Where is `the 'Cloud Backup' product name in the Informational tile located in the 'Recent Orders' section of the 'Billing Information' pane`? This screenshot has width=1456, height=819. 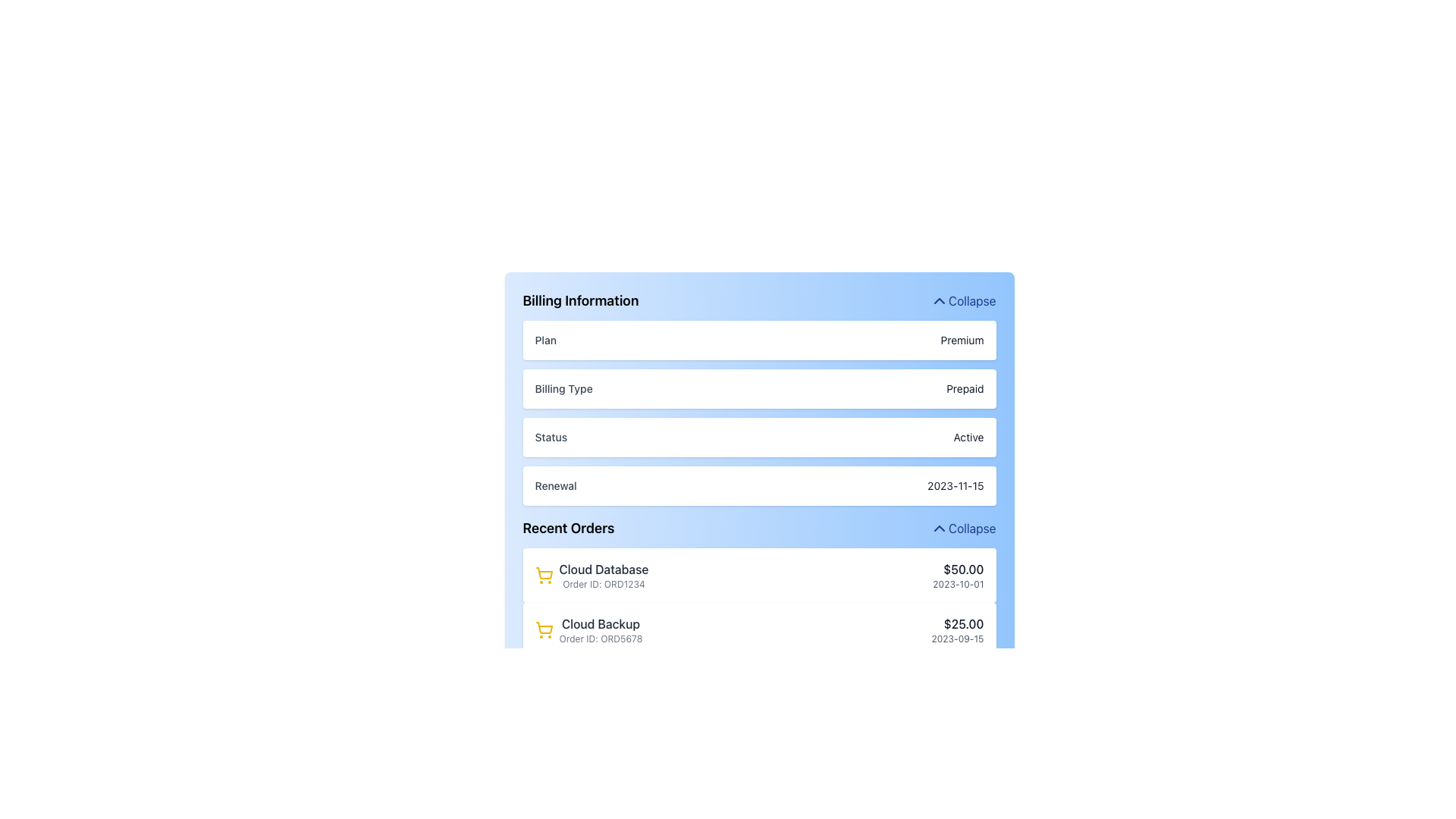 the 'Cloud Backup' product name in the Informational tile located in the 'Recent Orders' section of the 'Billing Information' pane is located at coordinates (588, 629).